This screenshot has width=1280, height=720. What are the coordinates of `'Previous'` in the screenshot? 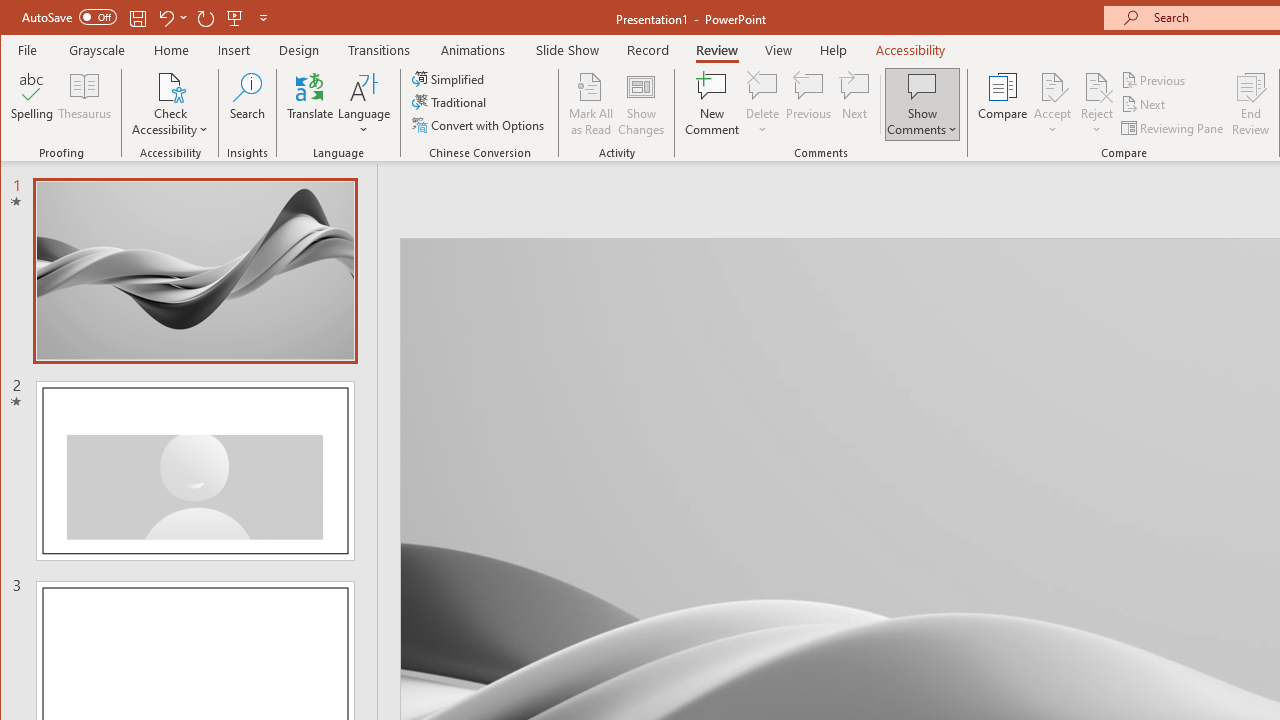 It's located at (1154, 79).